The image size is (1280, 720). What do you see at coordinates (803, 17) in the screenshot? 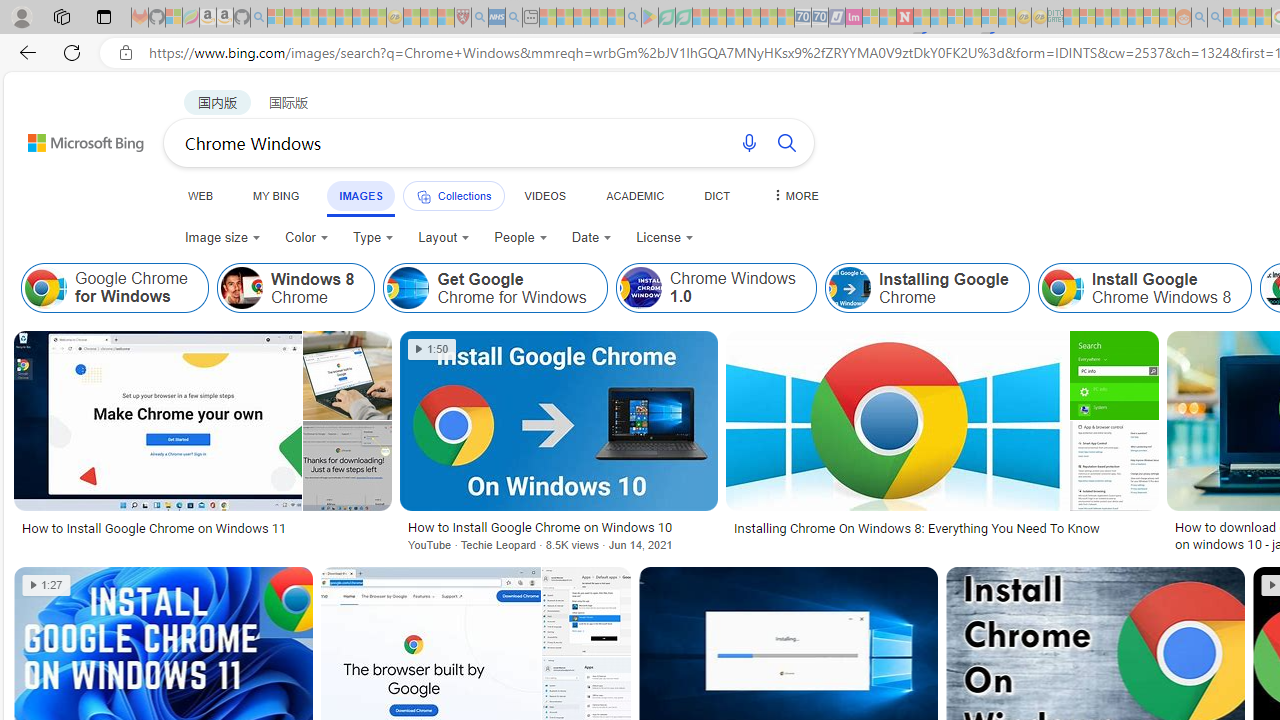
I see `'Cheap Car Rentals - Save70.com - Sleeping'` at bounding box center [803, 17].